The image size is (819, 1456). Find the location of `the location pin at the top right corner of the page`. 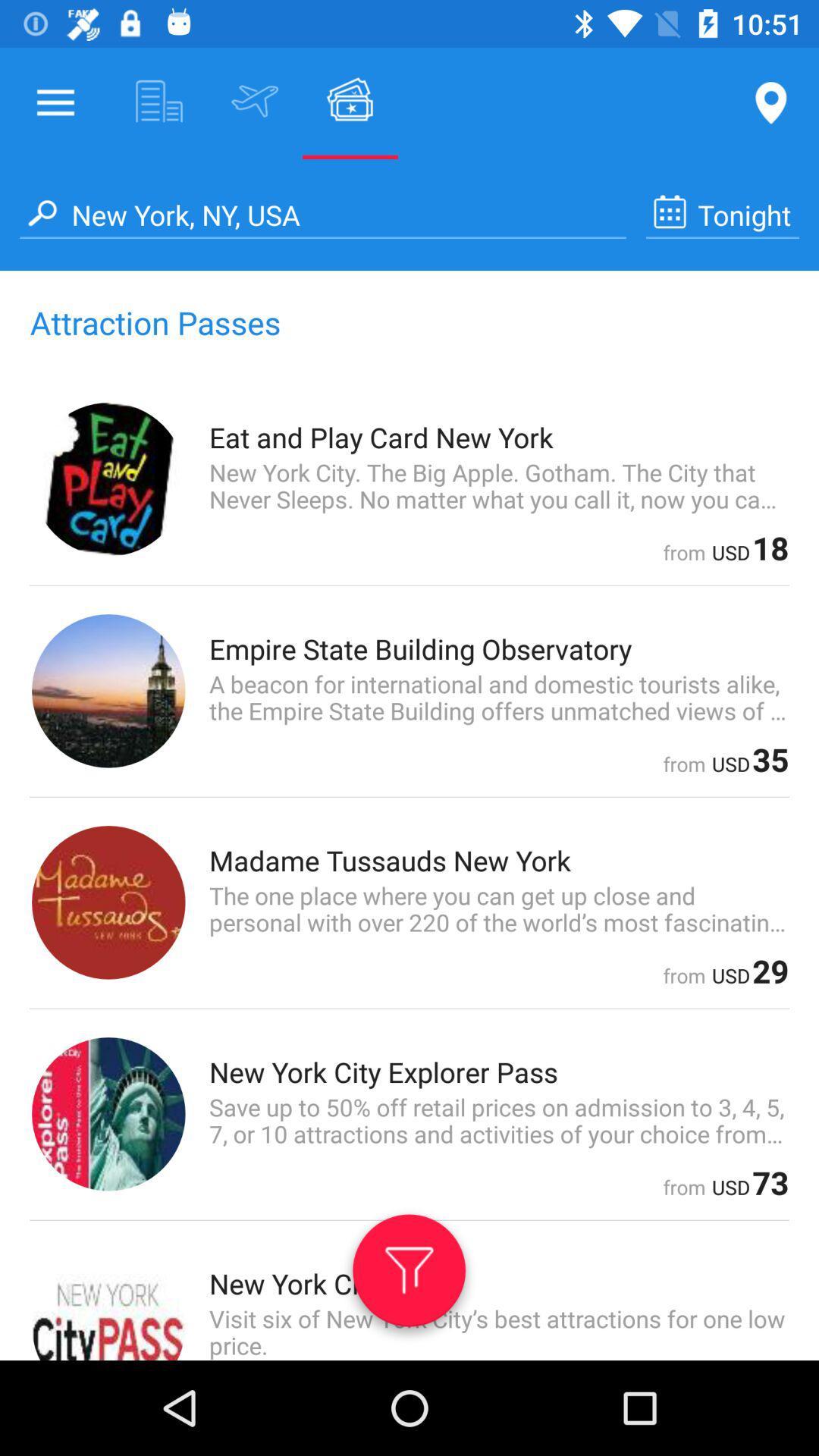

the location pin at the top right corner of the page is located at coordinates (617, 102).